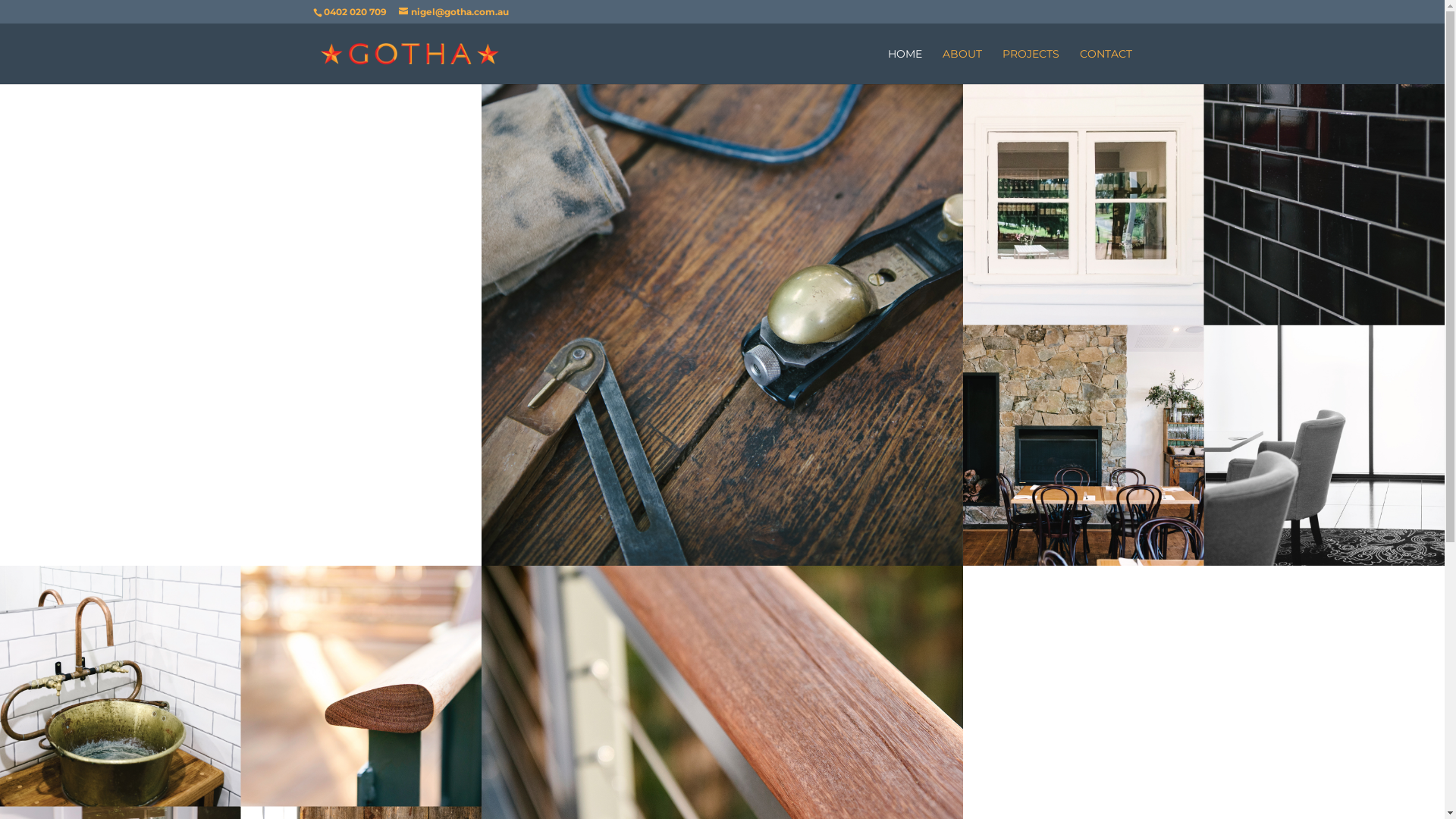  I want to click on 'CONTACT', so click(1079, 65).